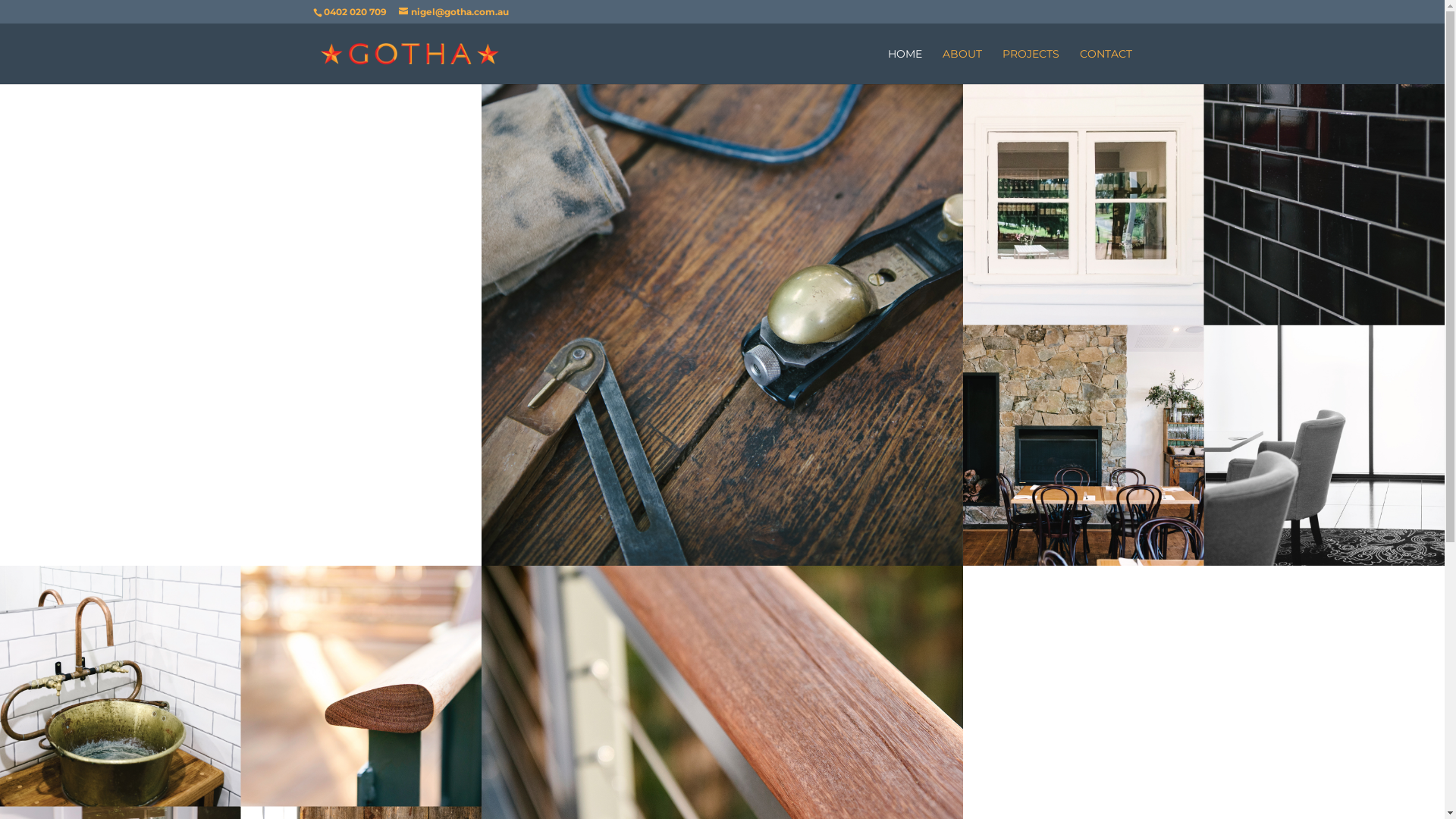  I want to click on 'CONTACT', so click(1079, 65).